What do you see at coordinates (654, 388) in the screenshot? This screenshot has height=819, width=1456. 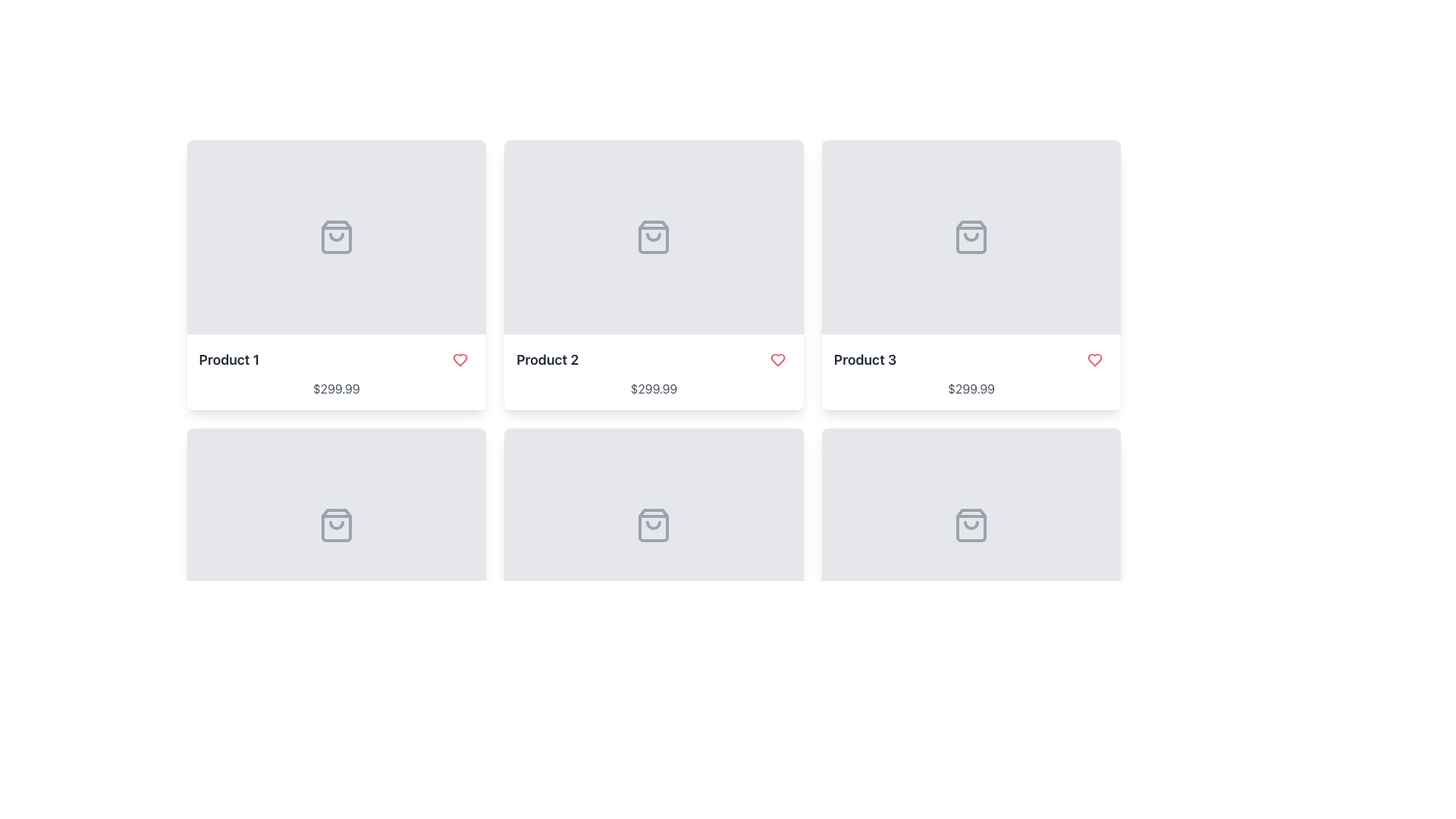 I see `price information displayed in the text label located below the product name of 'Product 2', which is centered in the tile for the product` at bounding box center [654, 388].